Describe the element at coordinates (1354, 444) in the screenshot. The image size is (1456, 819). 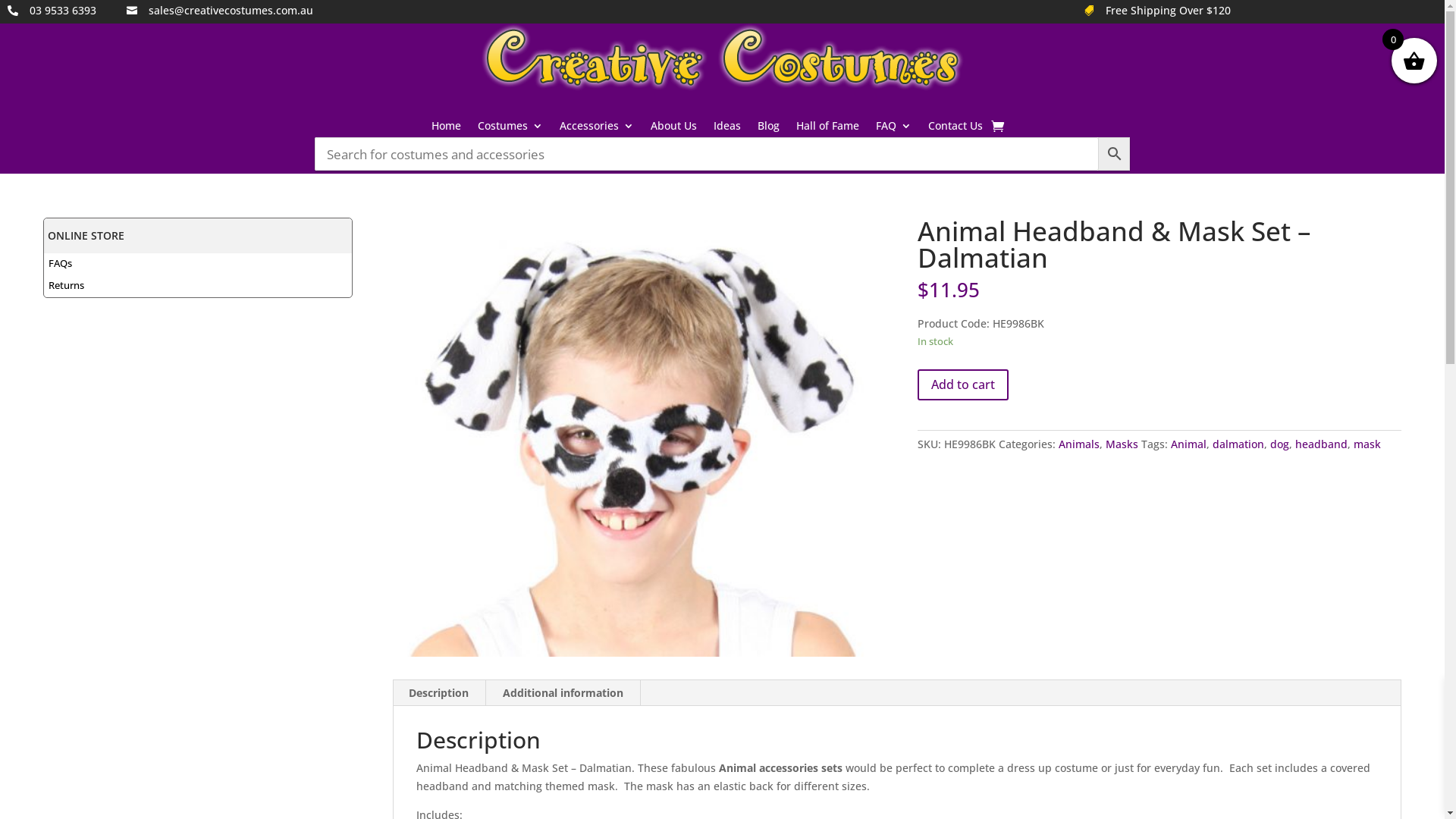
I see `'mask'` at that location.